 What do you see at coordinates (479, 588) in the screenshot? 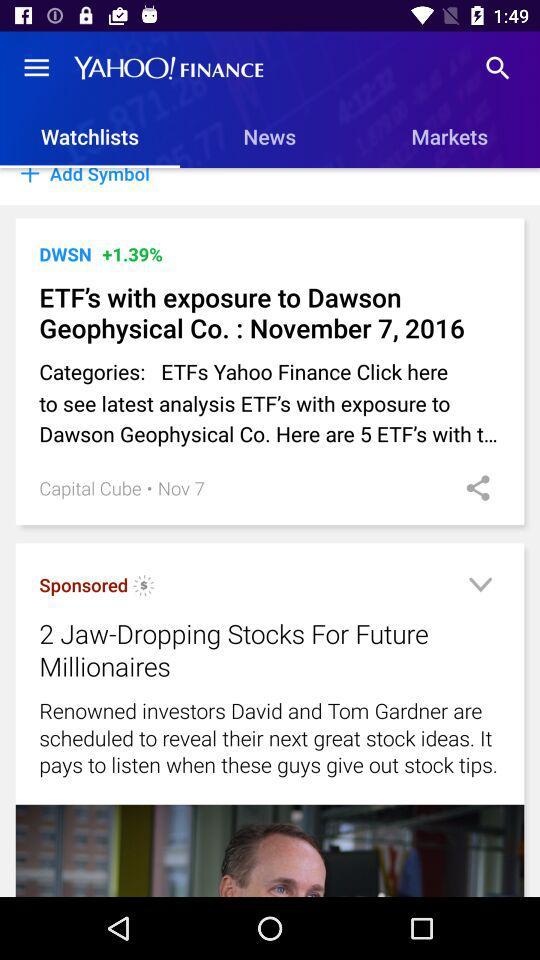
I see `show less` at bounding box center [479, 588].